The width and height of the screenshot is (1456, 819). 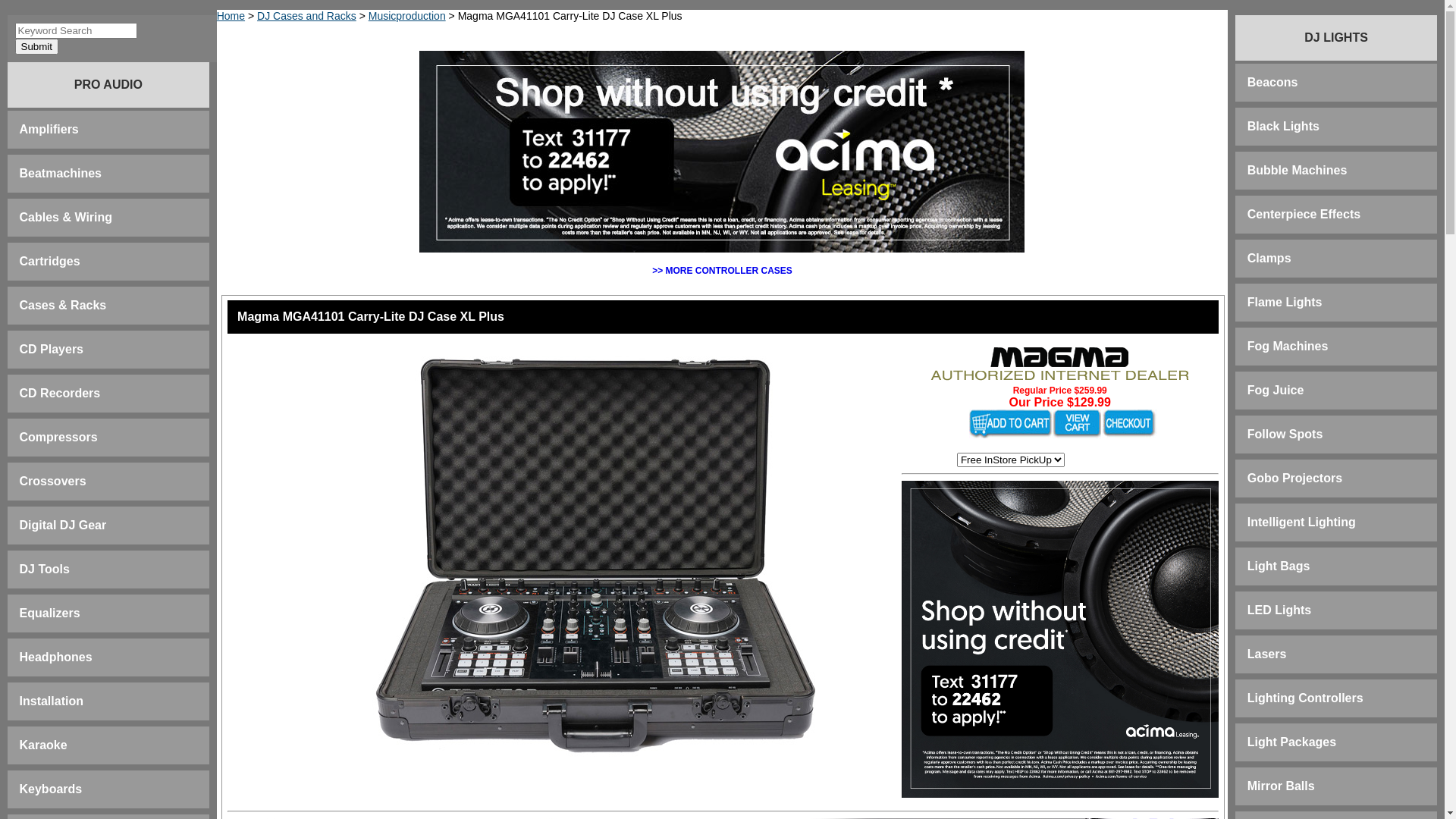 What do you see at coordinates (1303, 36) in the screenshot?
I see `'DJ LIGHTS'` at bounding box center [1303, 36].